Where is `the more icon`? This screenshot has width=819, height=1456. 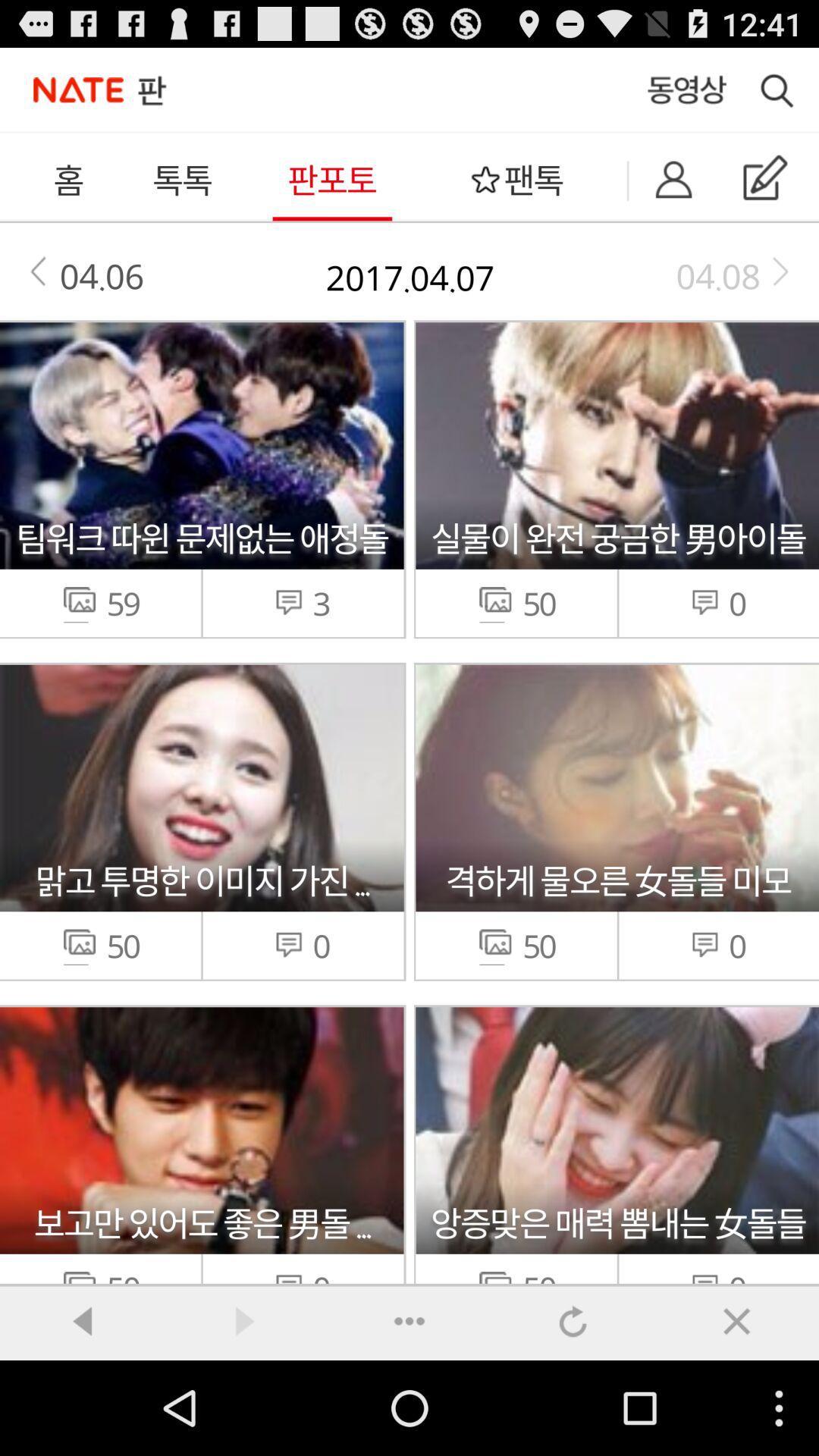 the more icon is located at coordinates (409, 1413).